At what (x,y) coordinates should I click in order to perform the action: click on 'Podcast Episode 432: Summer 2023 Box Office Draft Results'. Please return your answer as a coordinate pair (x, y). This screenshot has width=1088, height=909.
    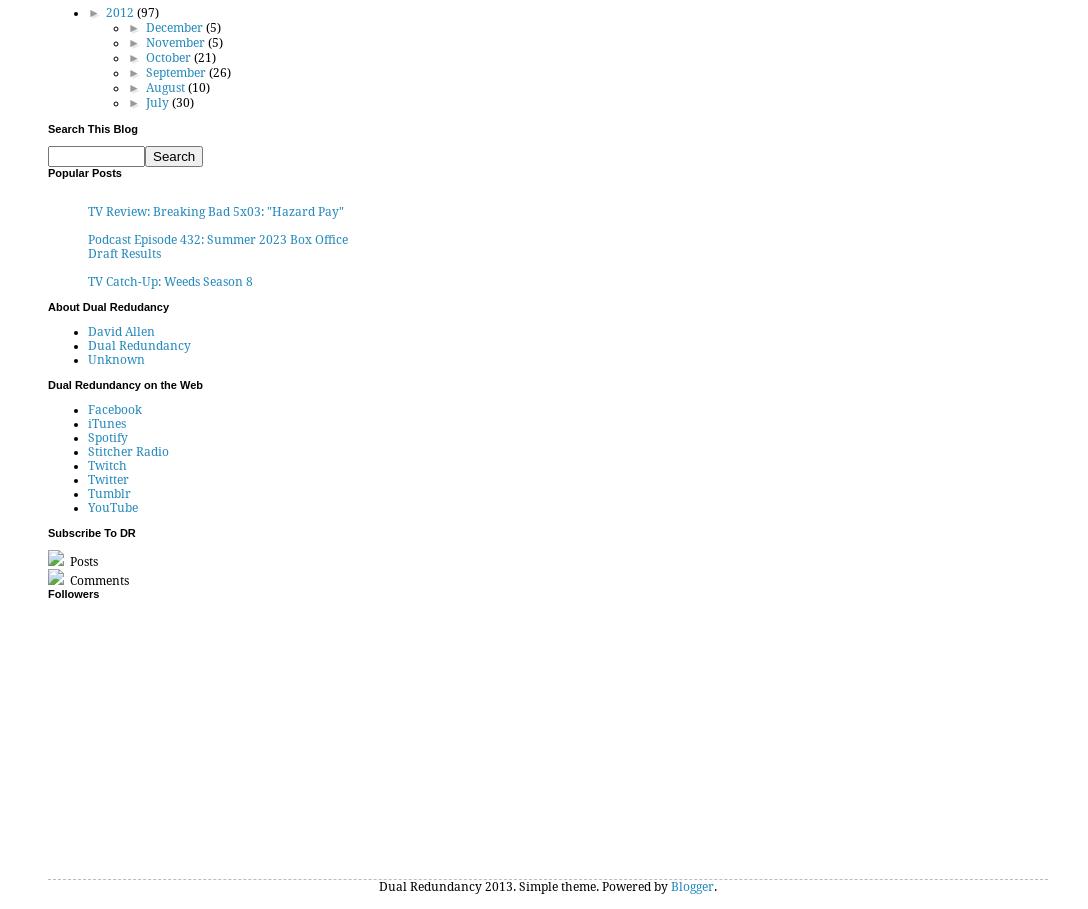
    Looking at the image, I should click on (217, 246).